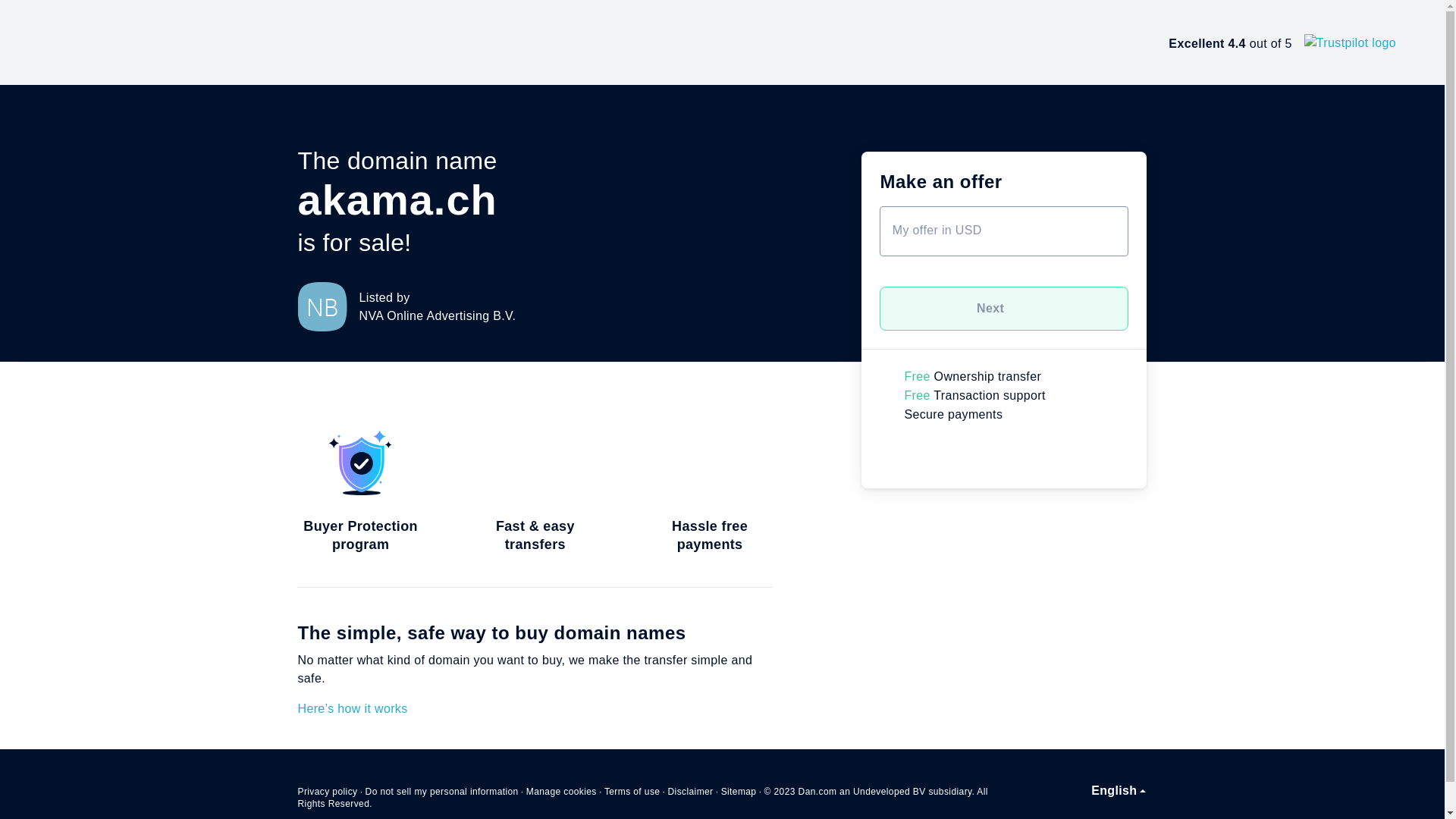  Describe the element at coordinates (1118, 789) in the screenshot. I see `'English'` at that location.